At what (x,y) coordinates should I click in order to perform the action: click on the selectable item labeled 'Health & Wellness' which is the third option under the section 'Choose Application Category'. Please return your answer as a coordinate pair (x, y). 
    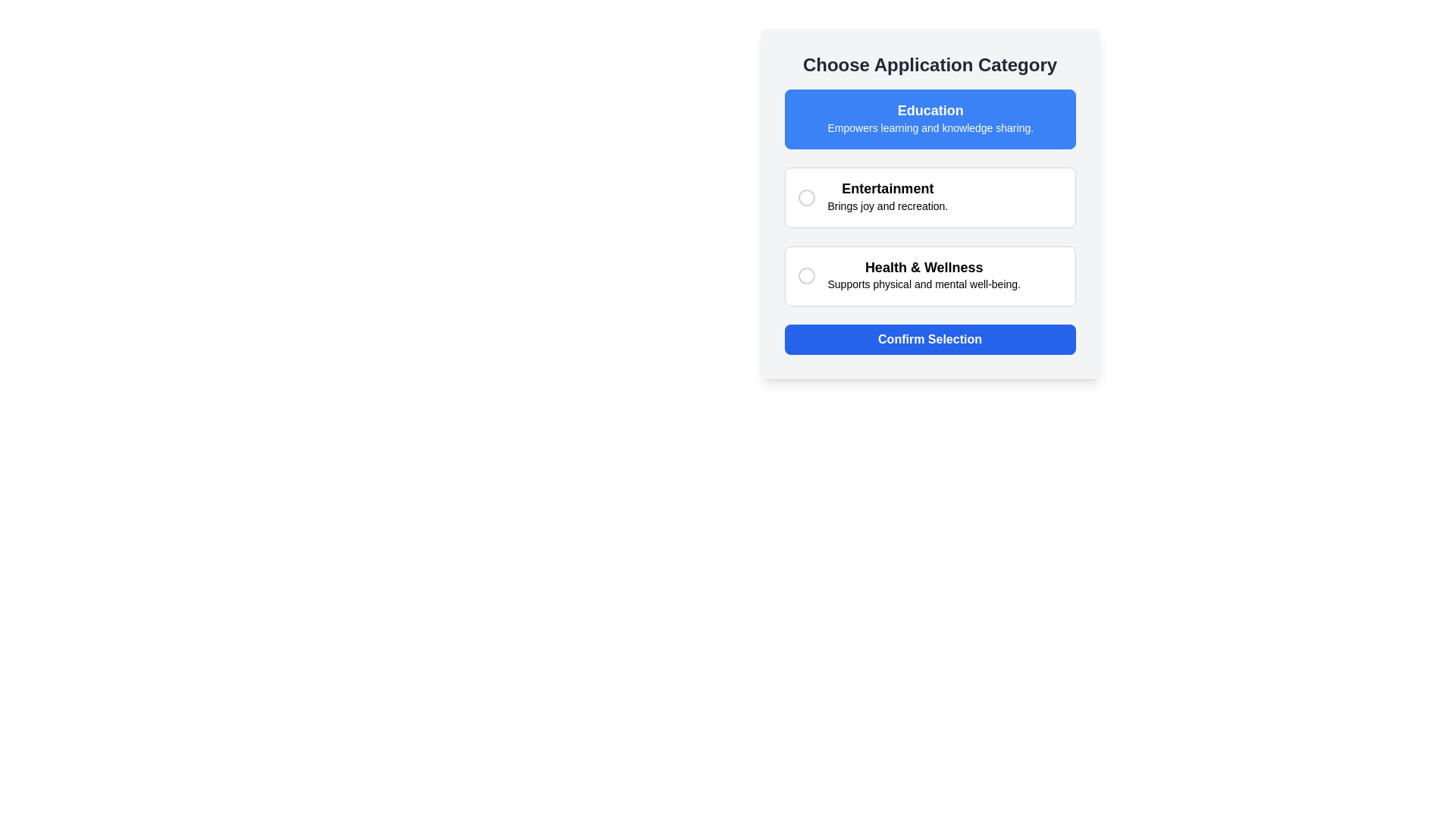
    Looking at the image, I should click on (929, 276).